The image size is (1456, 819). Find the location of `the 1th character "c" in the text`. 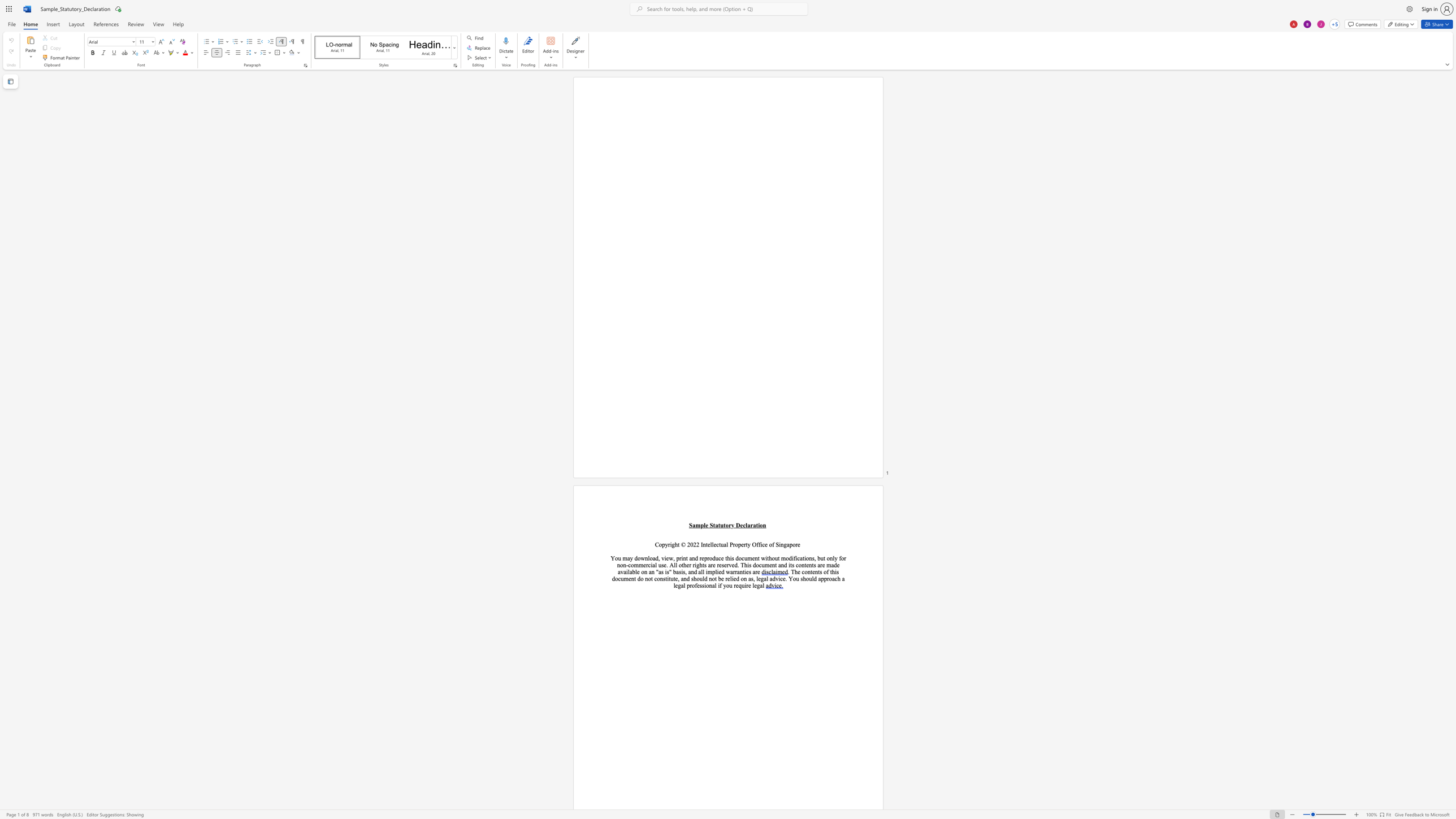

the 1th character "c" in the text is located at coordinates (744, 525).